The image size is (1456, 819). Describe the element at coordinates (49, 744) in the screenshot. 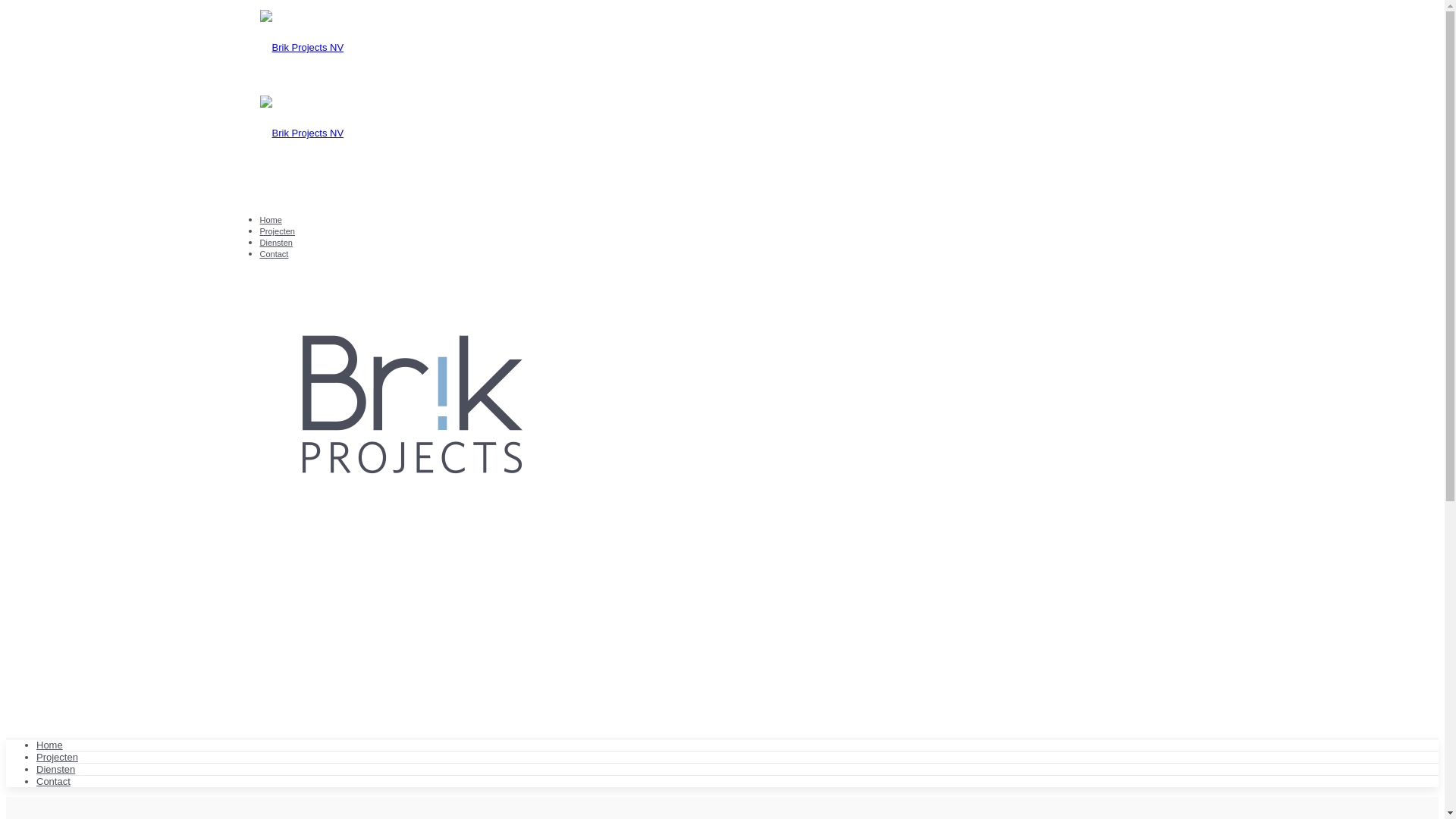

I see `'Home'` at that location.